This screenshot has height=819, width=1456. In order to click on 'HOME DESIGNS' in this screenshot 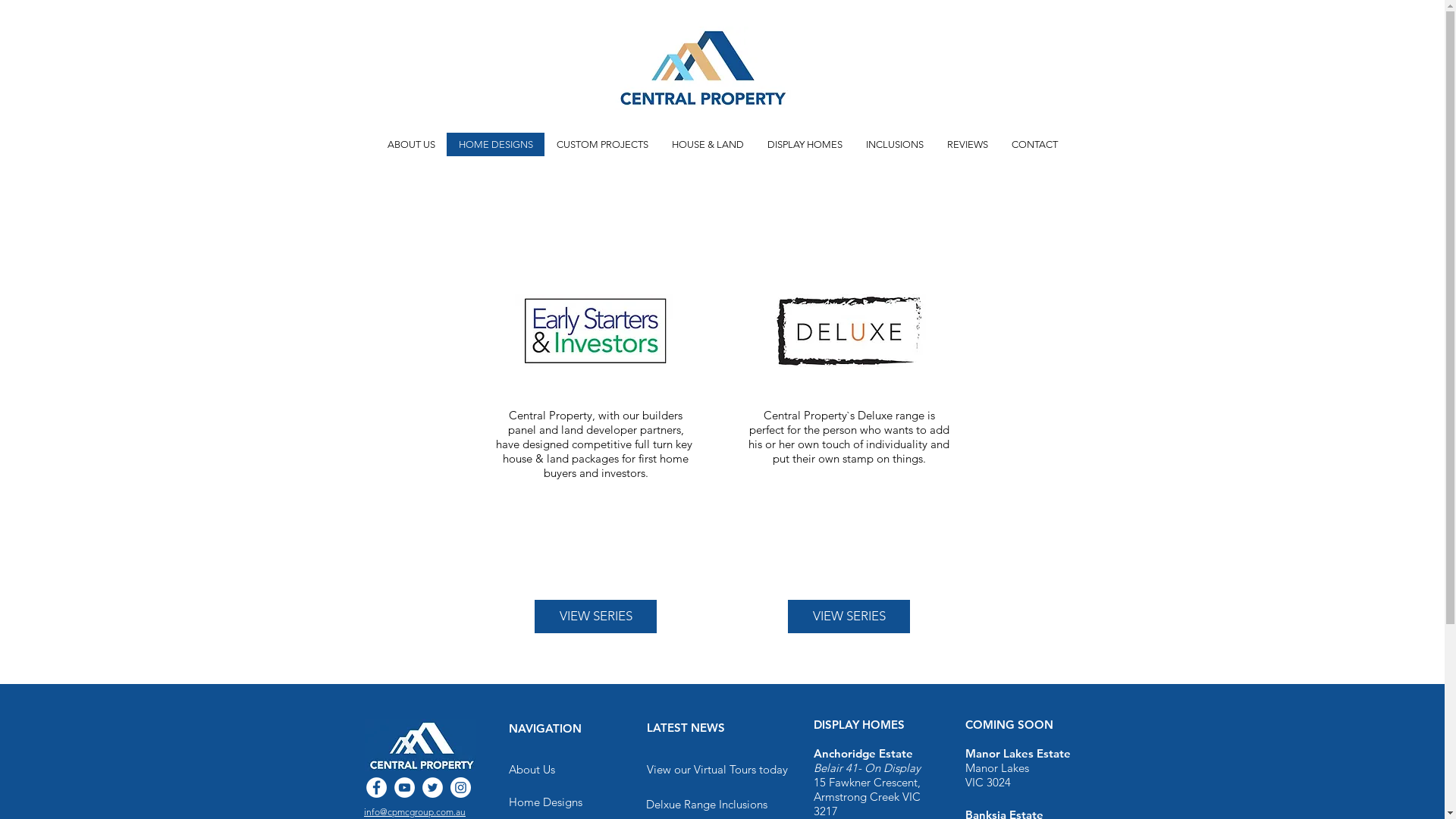, I will do `click(446, 144)`.